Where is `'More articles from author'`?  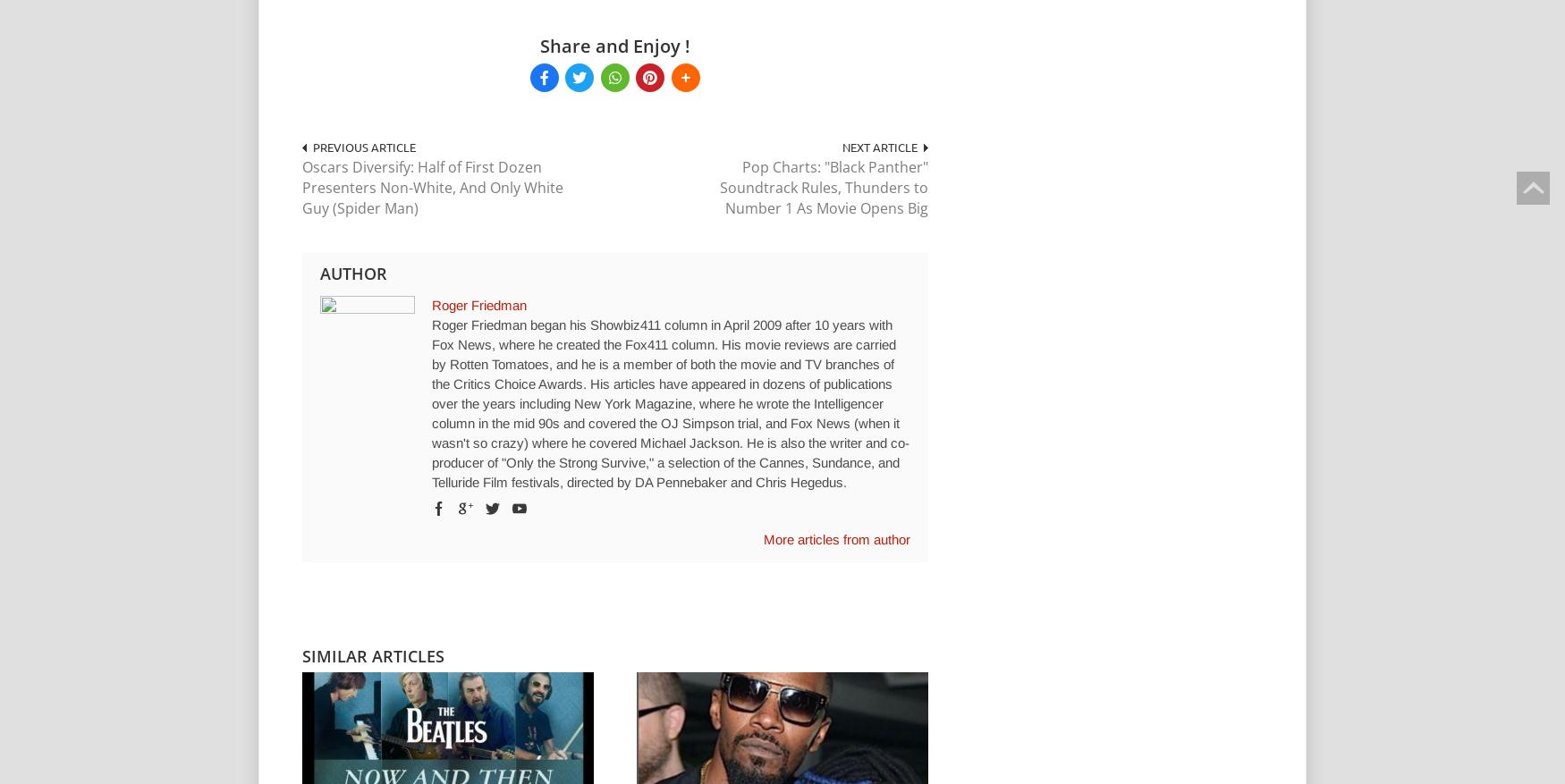
'More articles from author' is located at coordinates (762, 537).